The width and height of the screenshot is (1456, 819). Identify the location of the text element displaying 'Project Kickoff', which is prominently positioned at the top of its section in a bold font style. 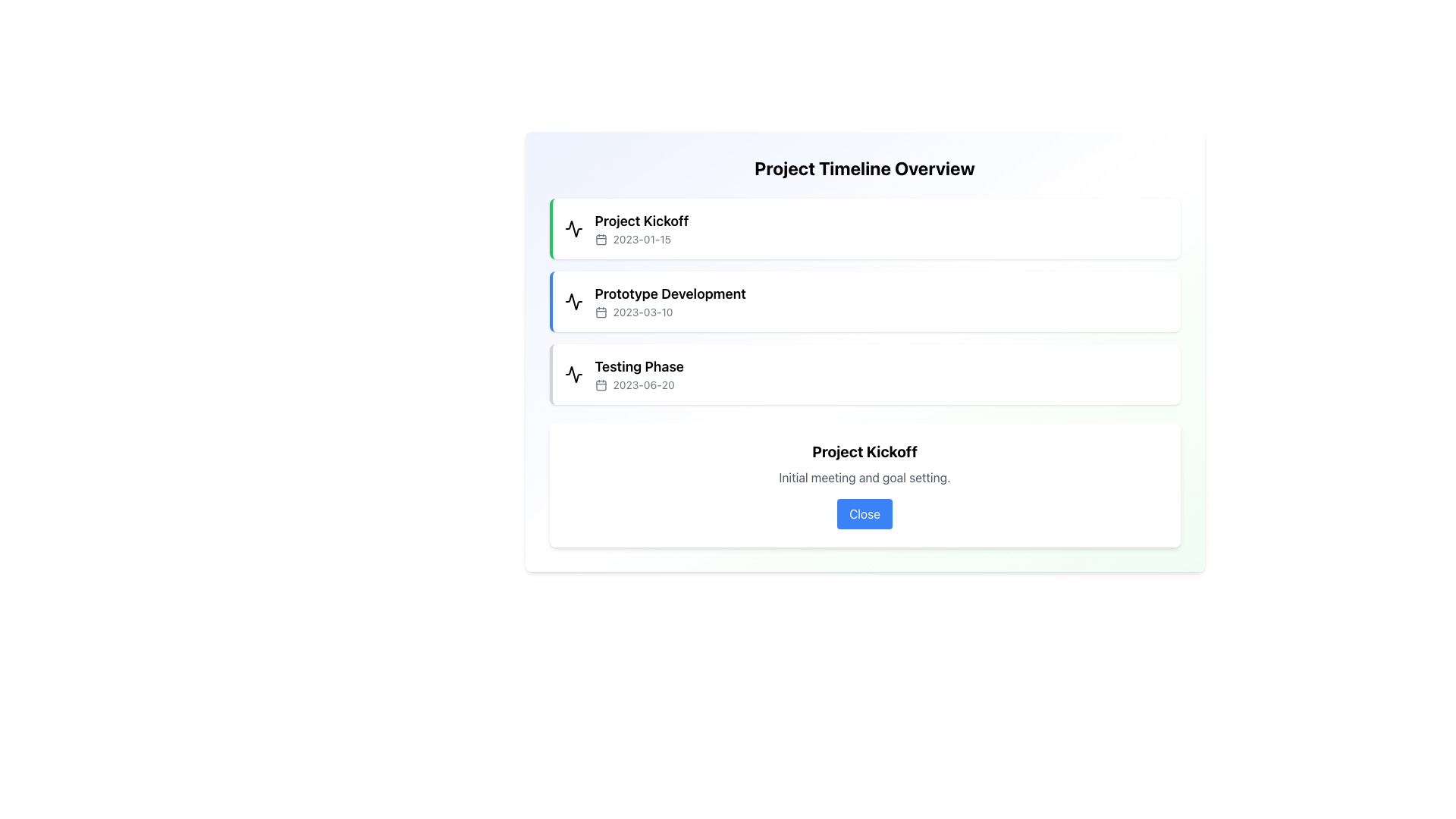
(864, 451).